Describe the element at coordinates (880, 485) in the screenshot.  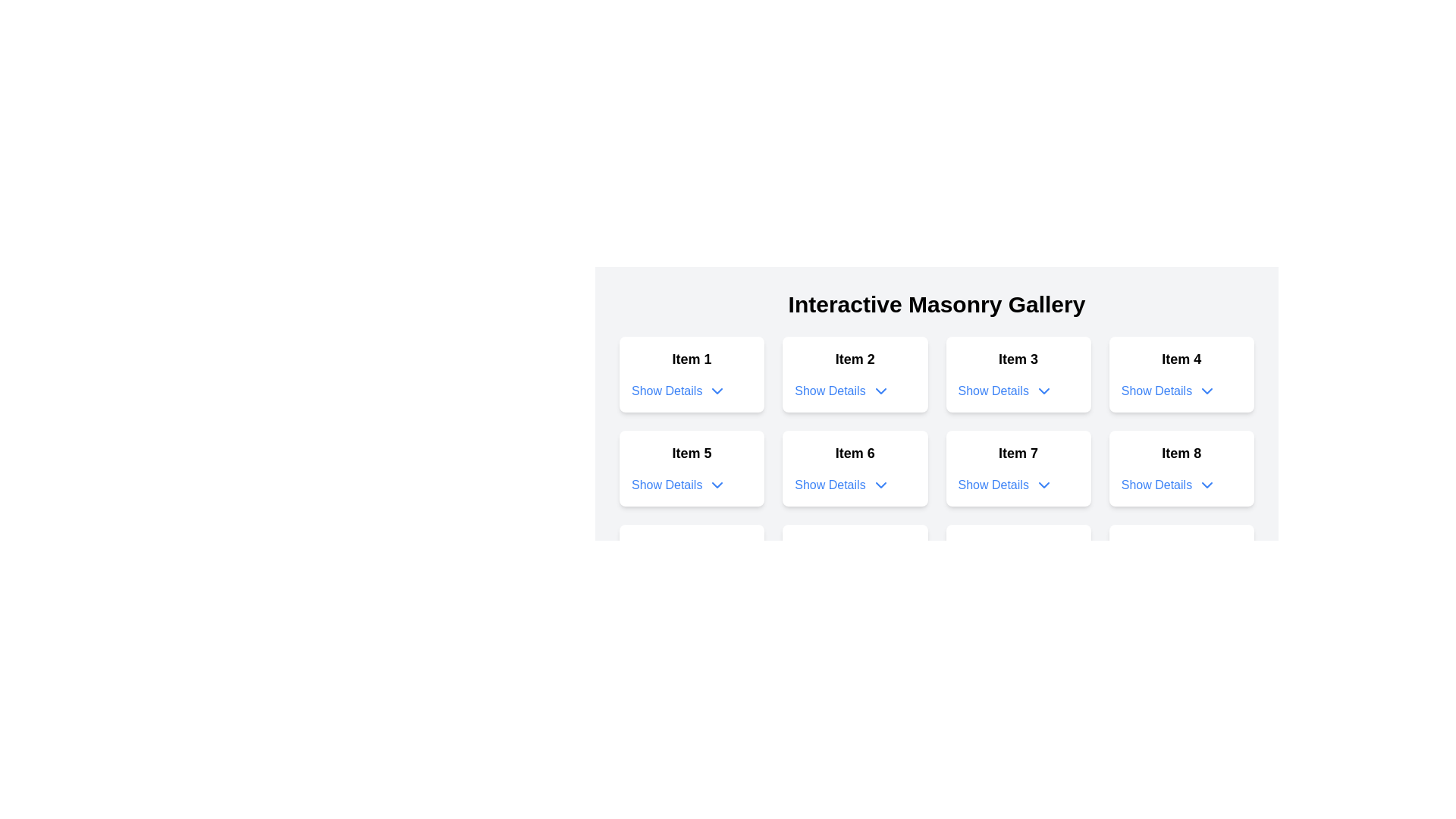
I see `the dropdown indicator icon located in the sixth grid cell of the gallery layout, adjacent to the 'Show Details' button for 'Item 6'` at that location.